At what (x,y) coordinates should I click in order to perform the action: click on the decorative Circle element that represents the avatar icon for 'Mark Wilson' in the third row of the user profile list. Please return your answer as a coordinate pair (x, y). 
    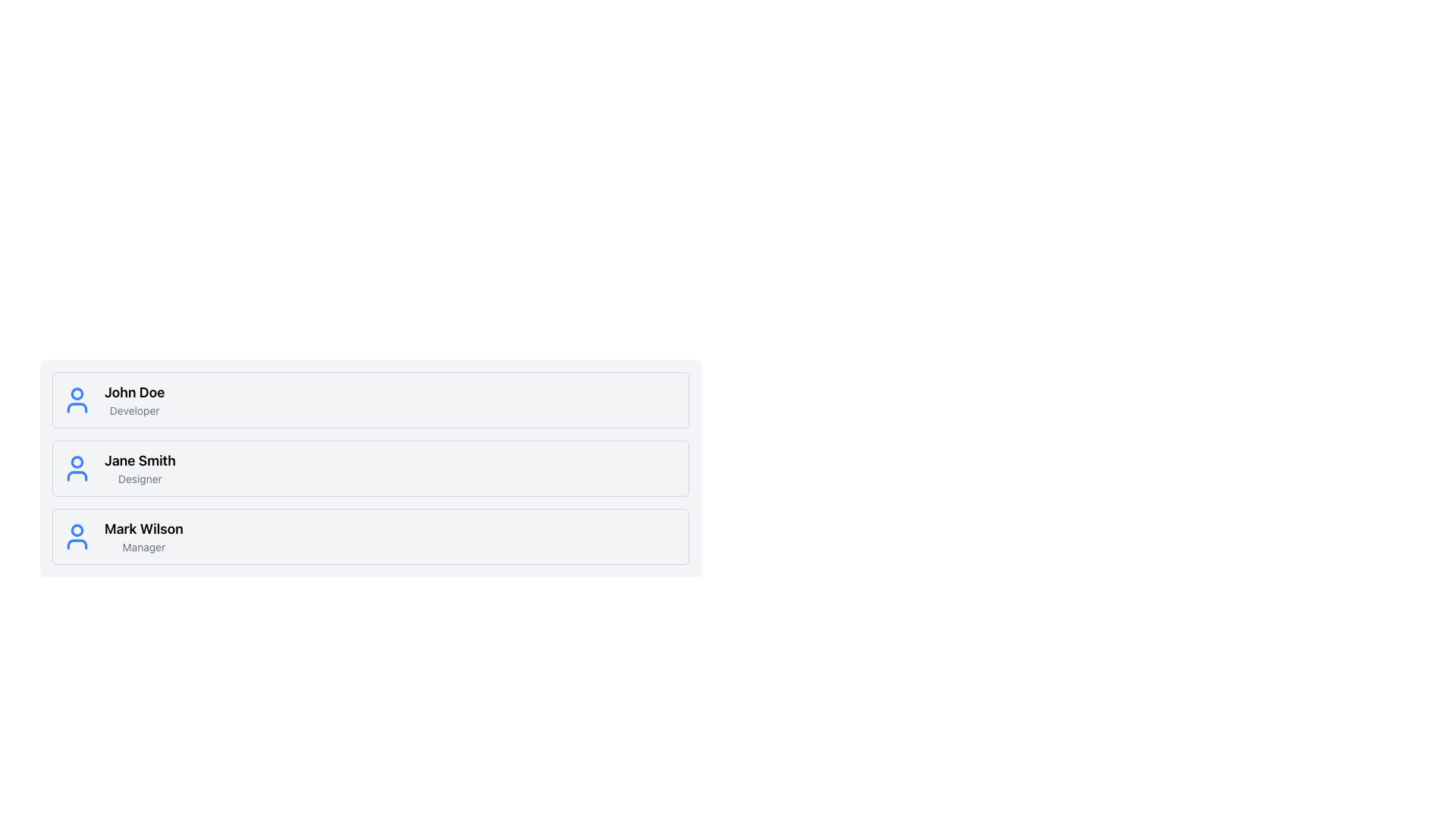
    Looking at the image, I should click on (76, 529).